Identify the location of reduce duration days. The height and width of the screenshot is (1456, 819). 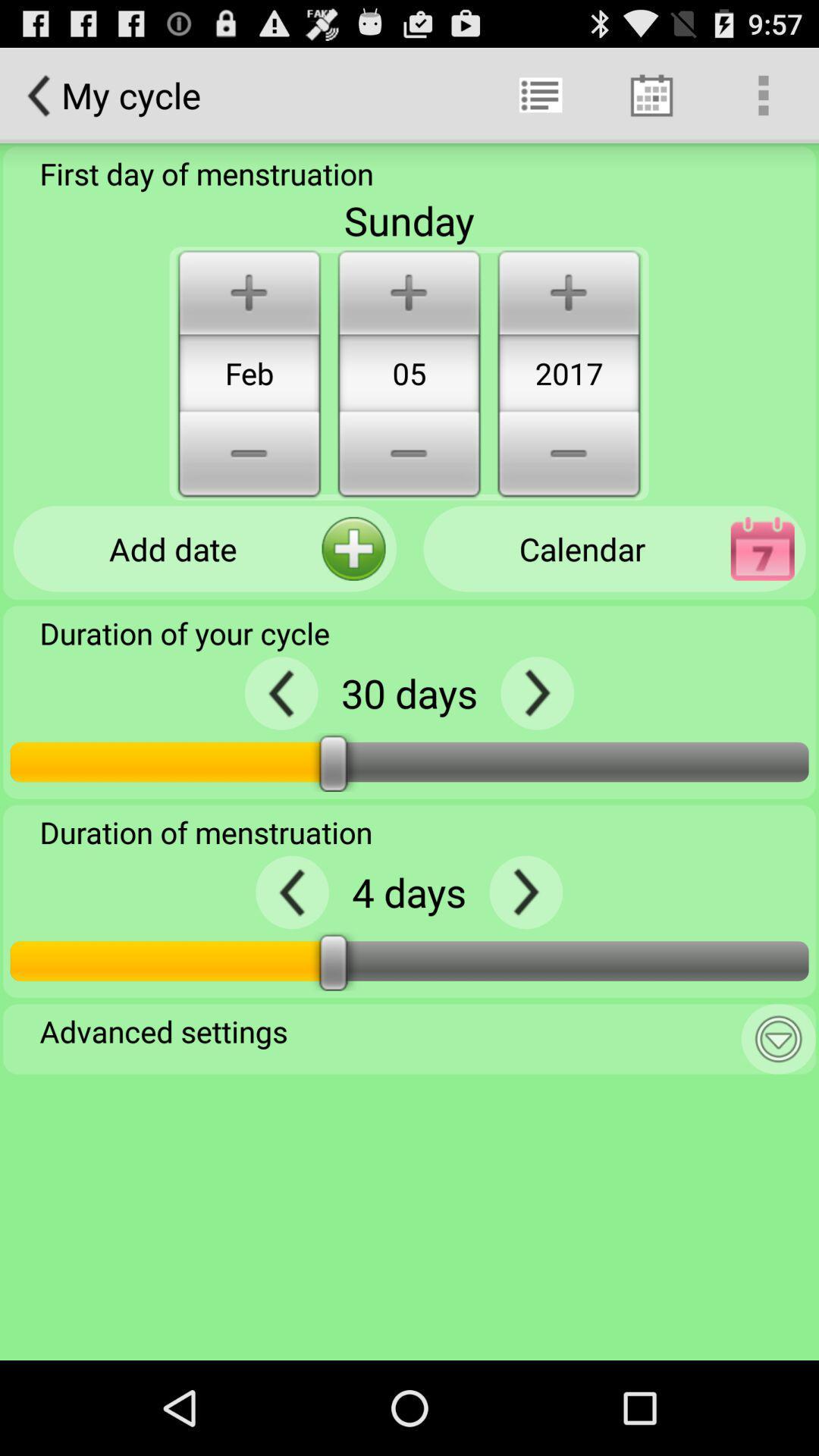
(281, 692).